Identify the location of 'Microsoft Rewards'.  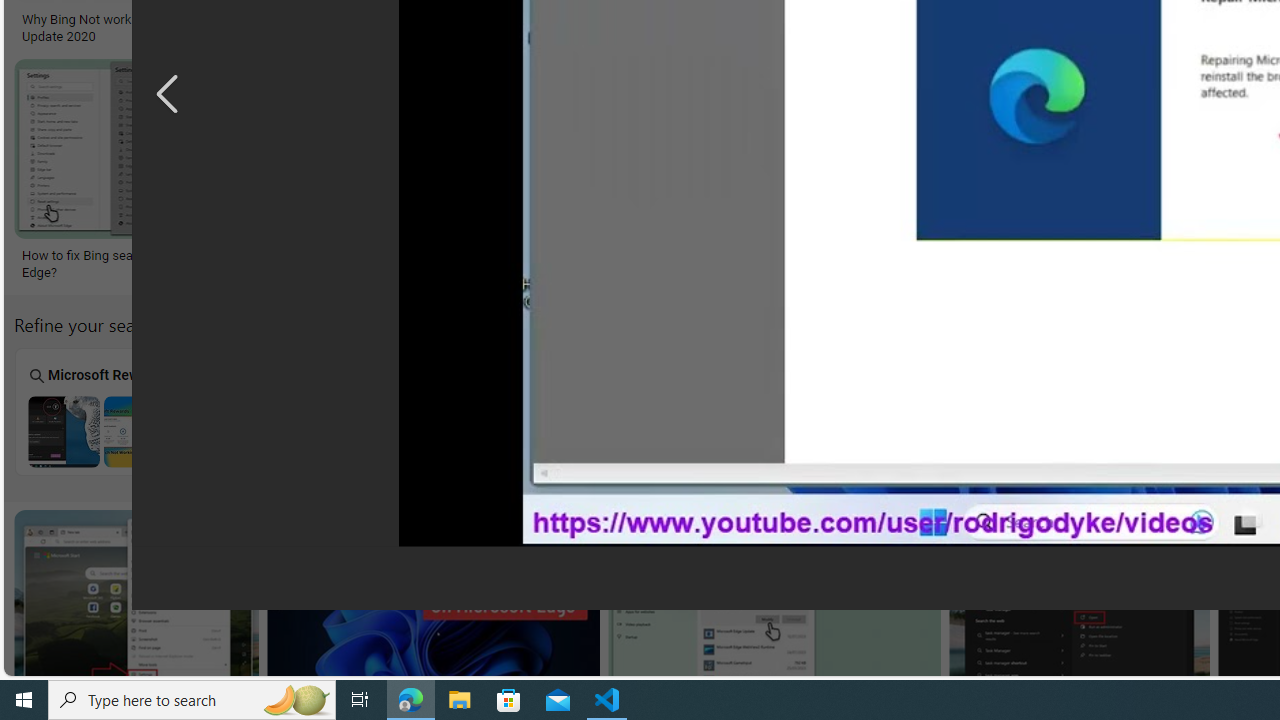
(100, 410).